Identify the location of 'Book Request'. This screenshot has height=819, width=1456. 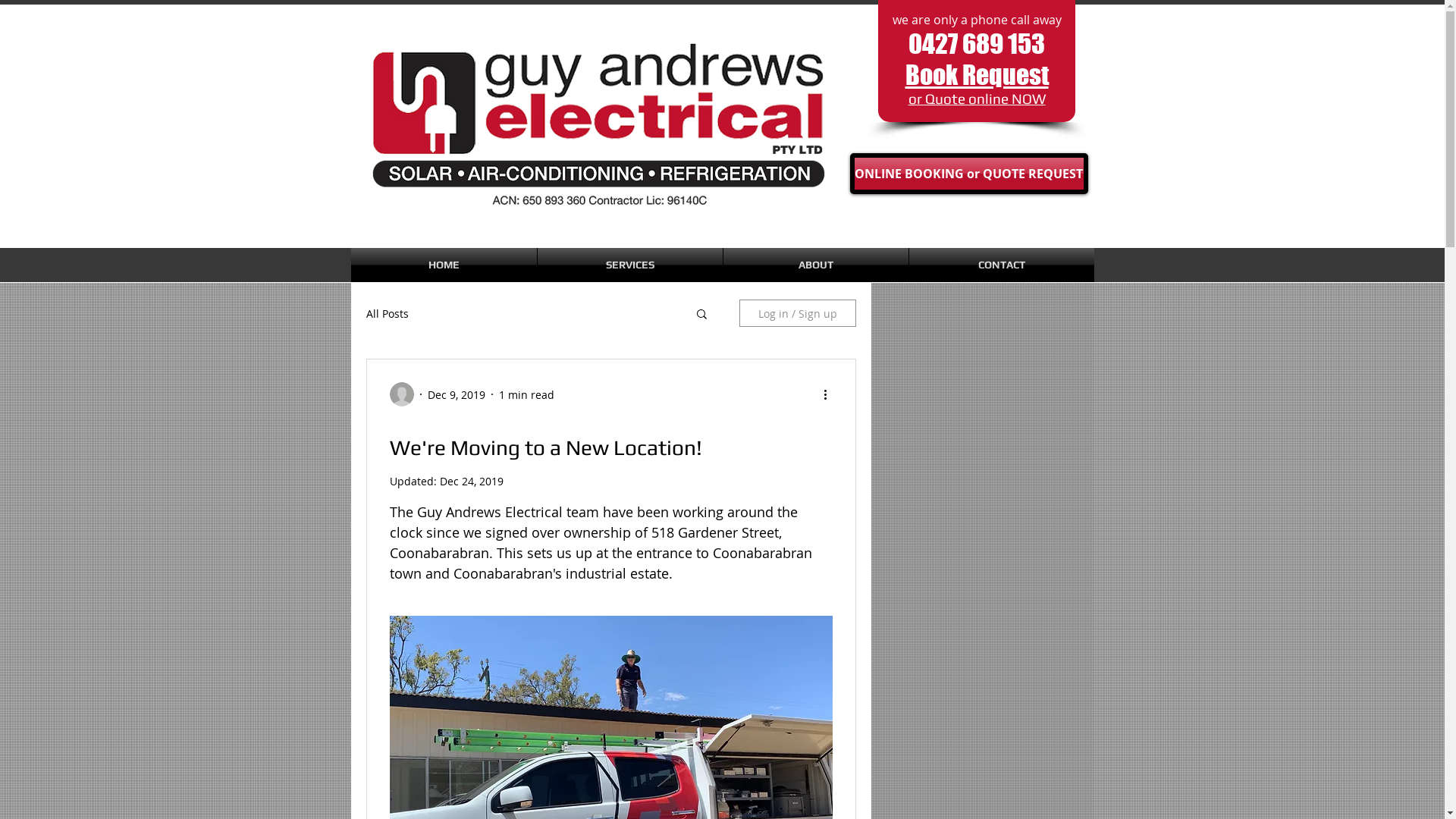
(977, 74).